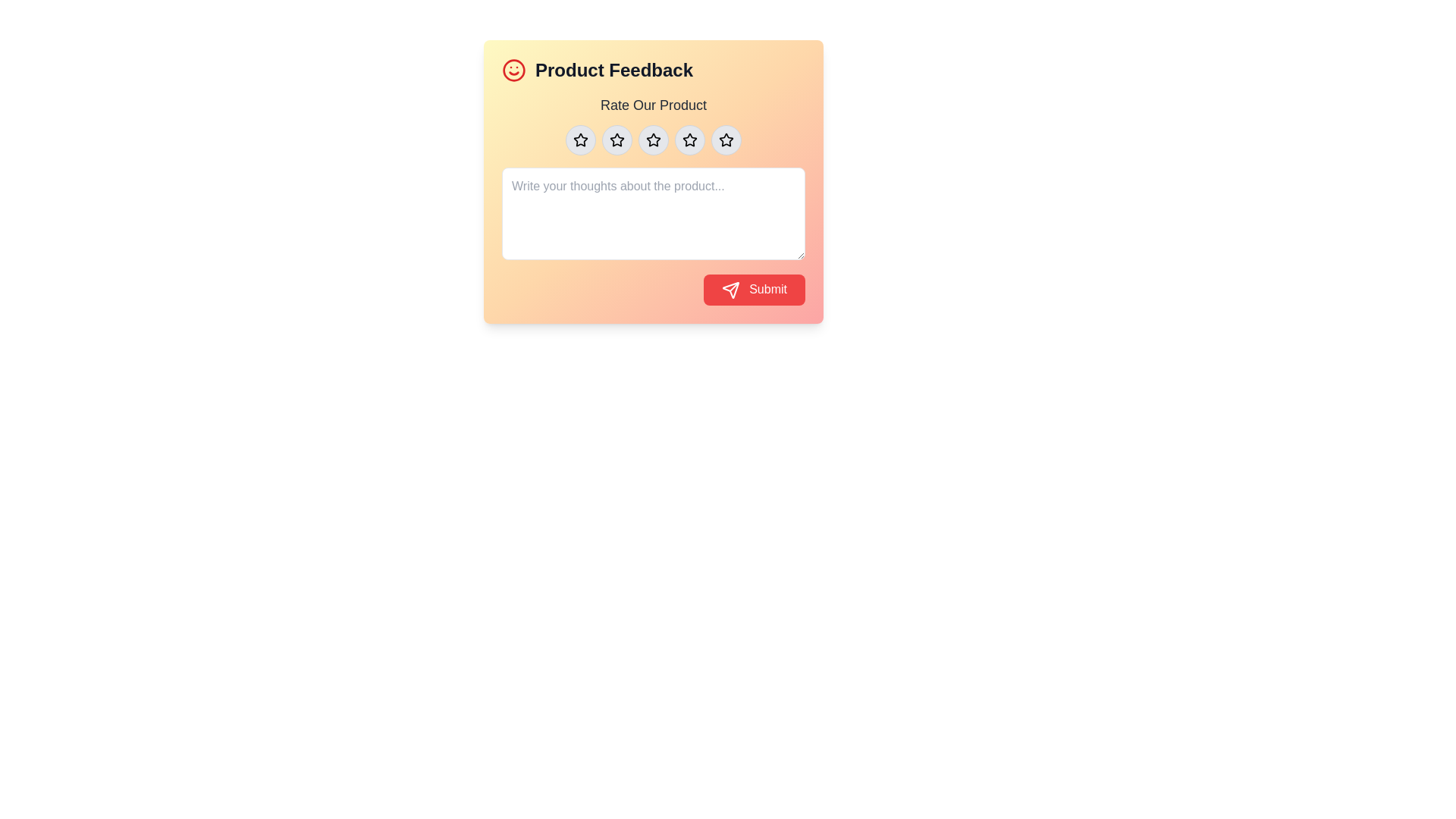 The height and width of the screenshot is (819, 1456). Describe the element at coordinates (654, 140) in the screenshot. I see `the third star Rating button, which has a black star outline on a gray circular background` at that location.